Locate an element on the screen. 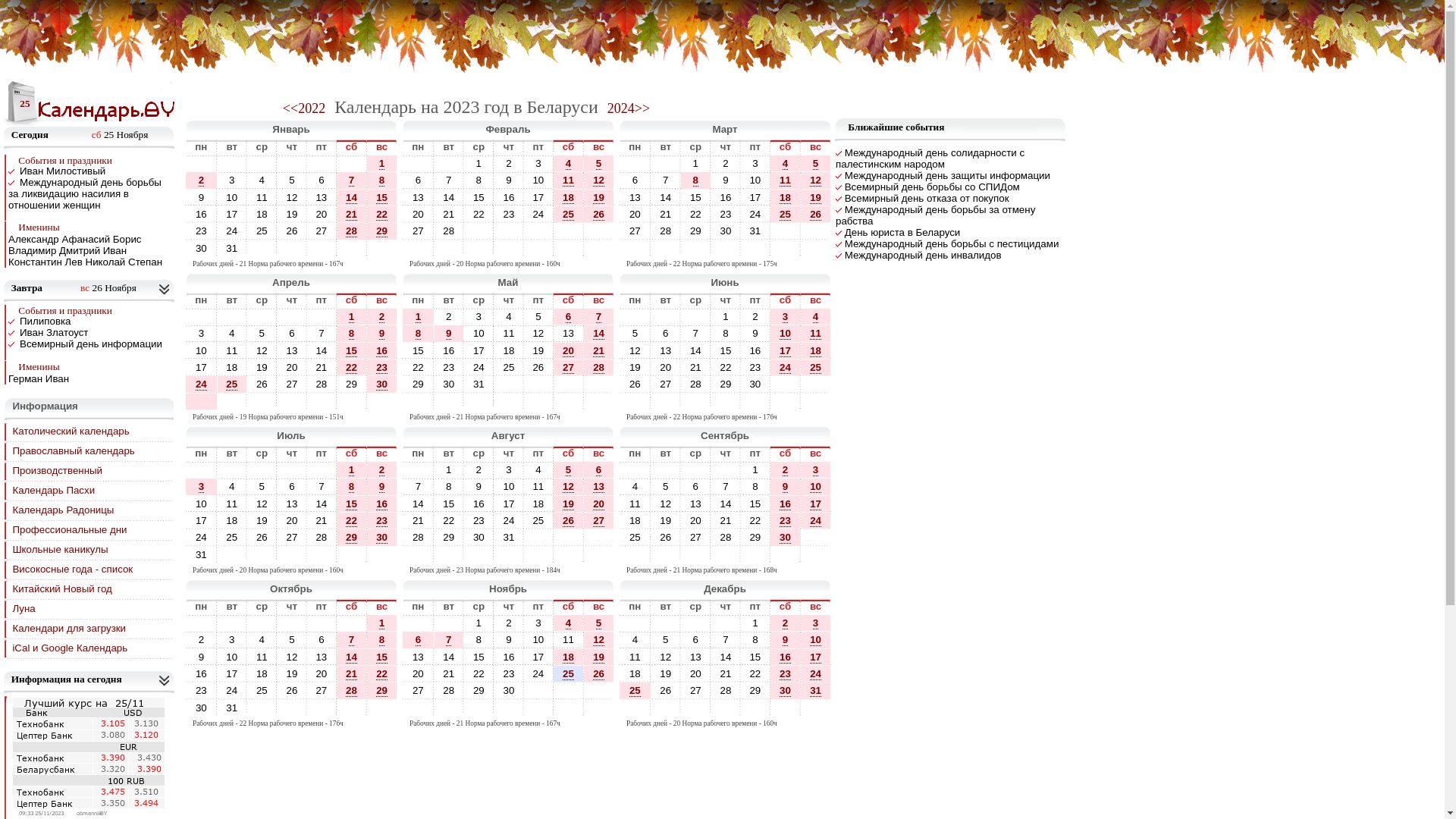  '3' is located at coordinates (217, 179).